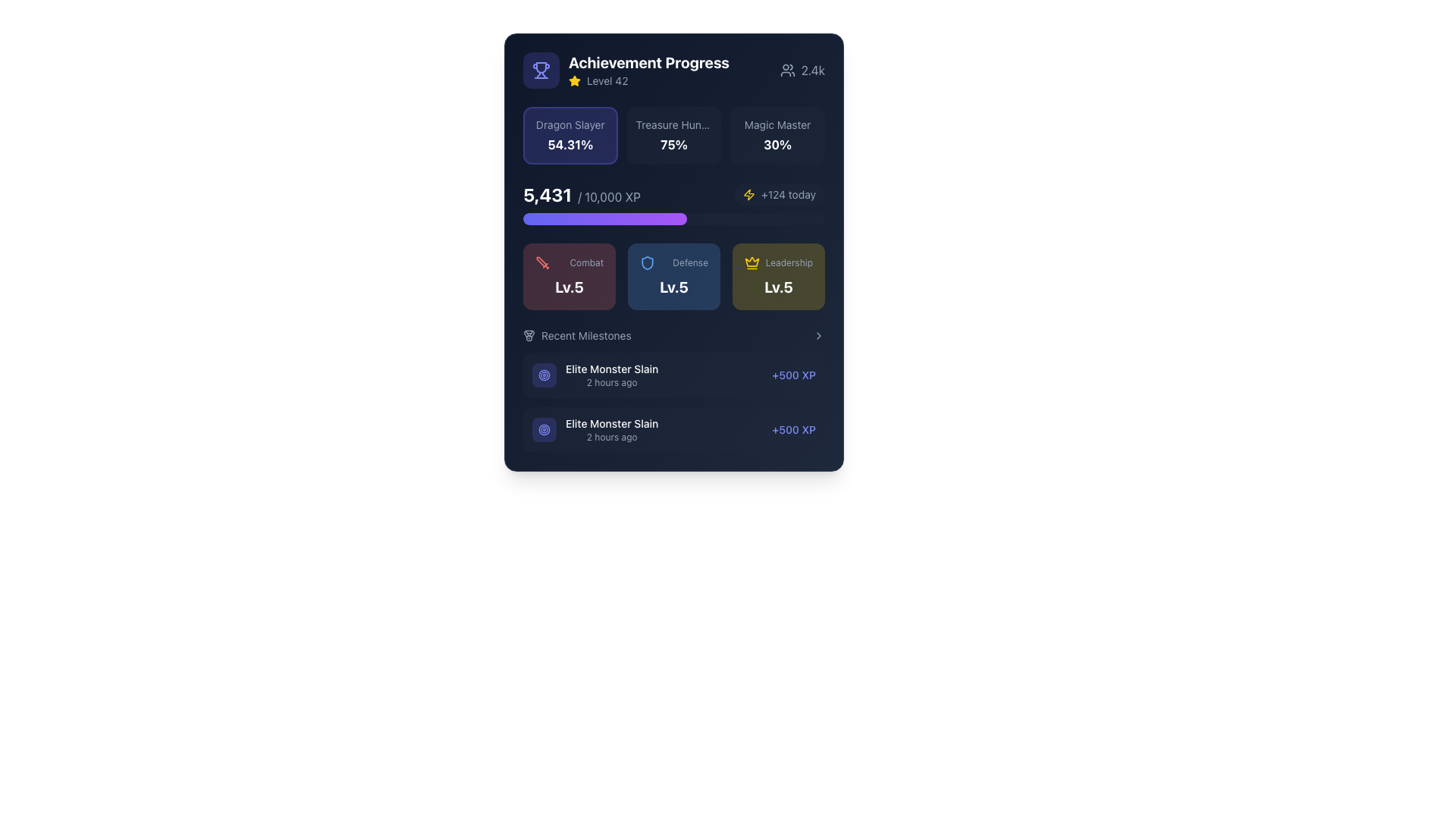  I want to click on the progress bar located directly below the text '5,431 / 10,000 XP +124 today', which is the only progress bar in this section of the interface, so click(673, 219).